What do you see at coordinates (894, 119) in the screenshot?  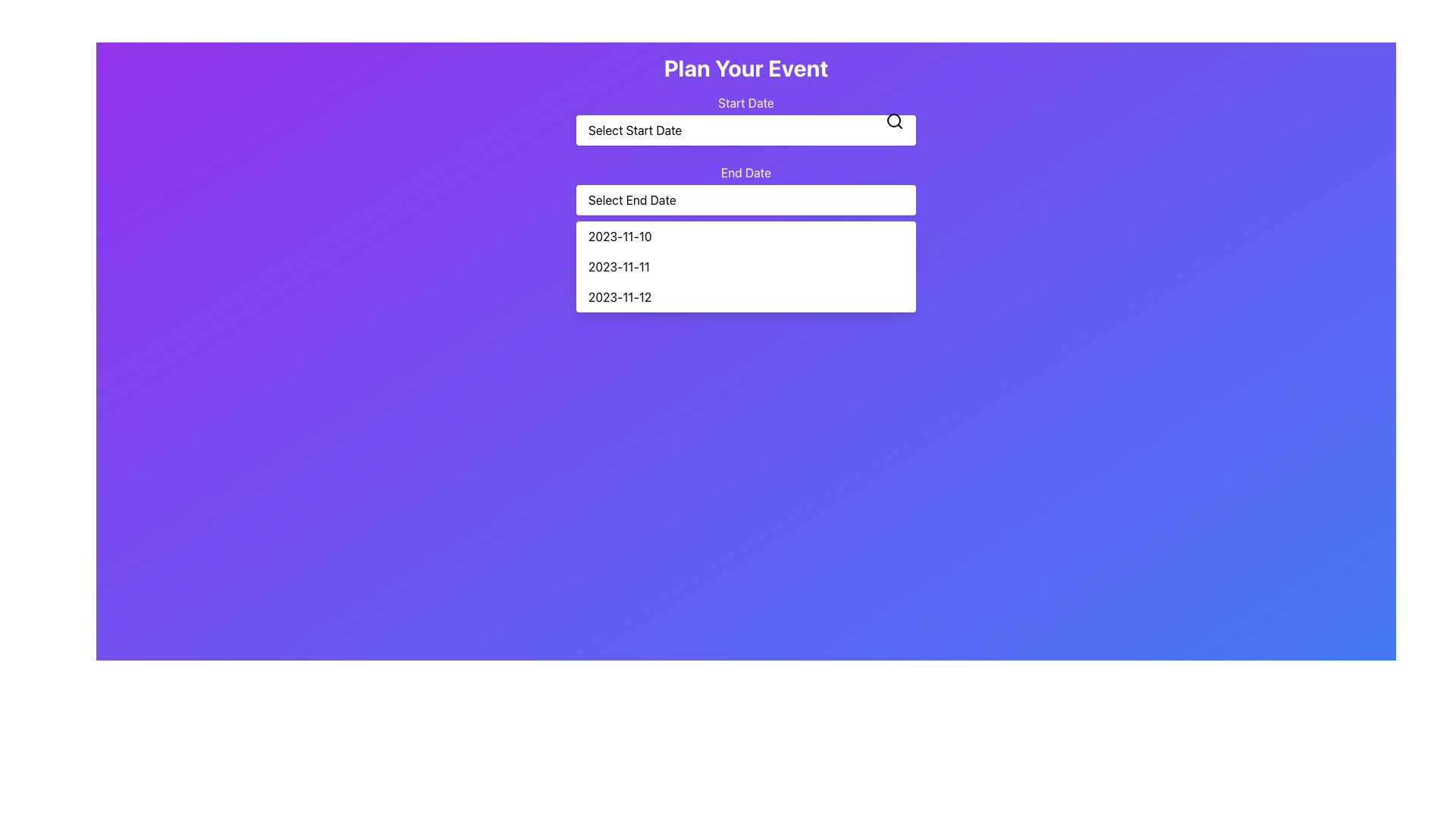 I see `the ornamental circular element of the SVG search icon located at the top-right corner of the 'Select Start Date' input field` at bounding box center [894, 119].